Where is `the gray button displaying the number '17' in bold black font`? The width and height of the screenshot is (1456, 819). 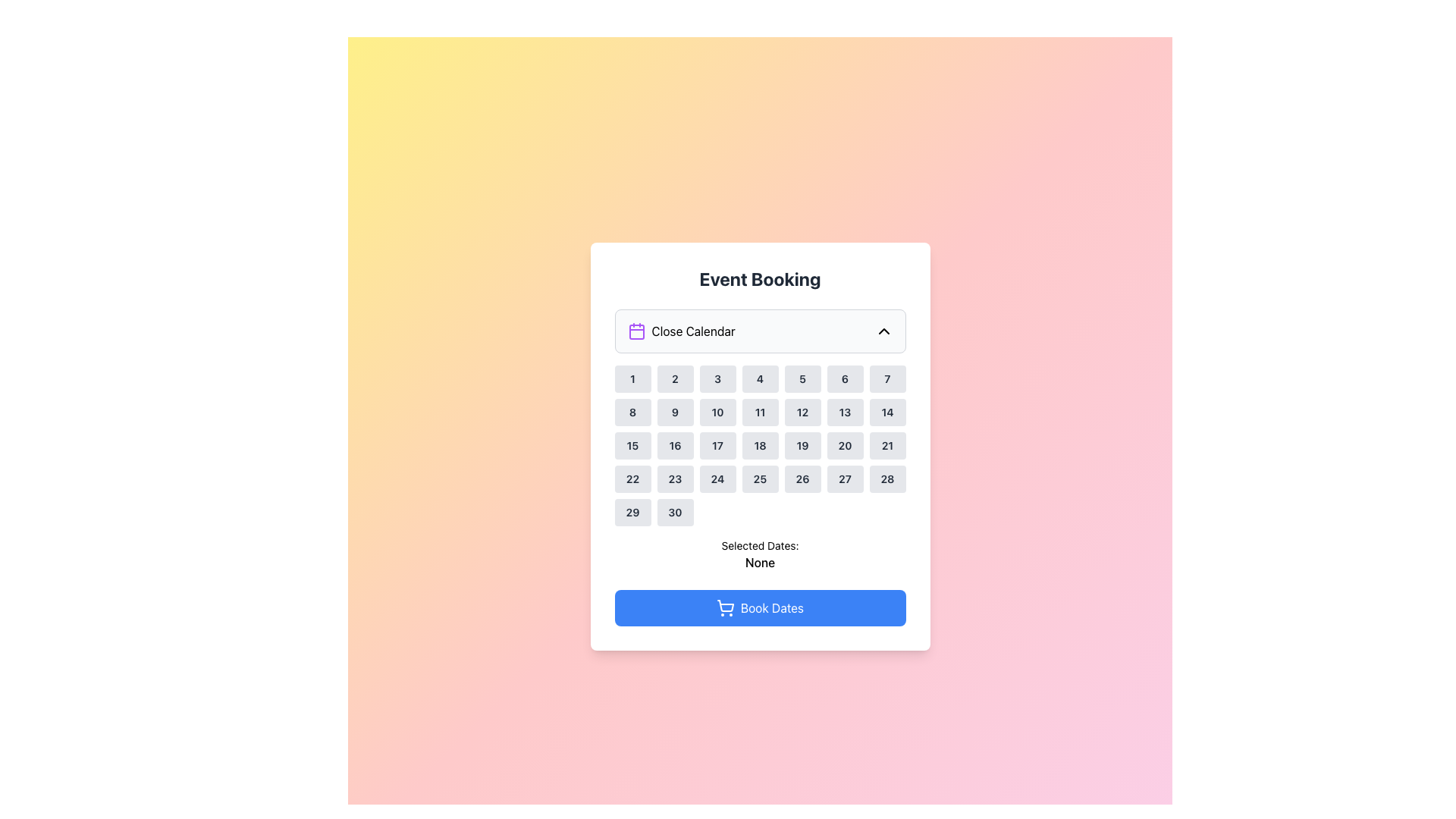 the gray button displaying the number '17' in bold black font is located at coordinates (717, 444).